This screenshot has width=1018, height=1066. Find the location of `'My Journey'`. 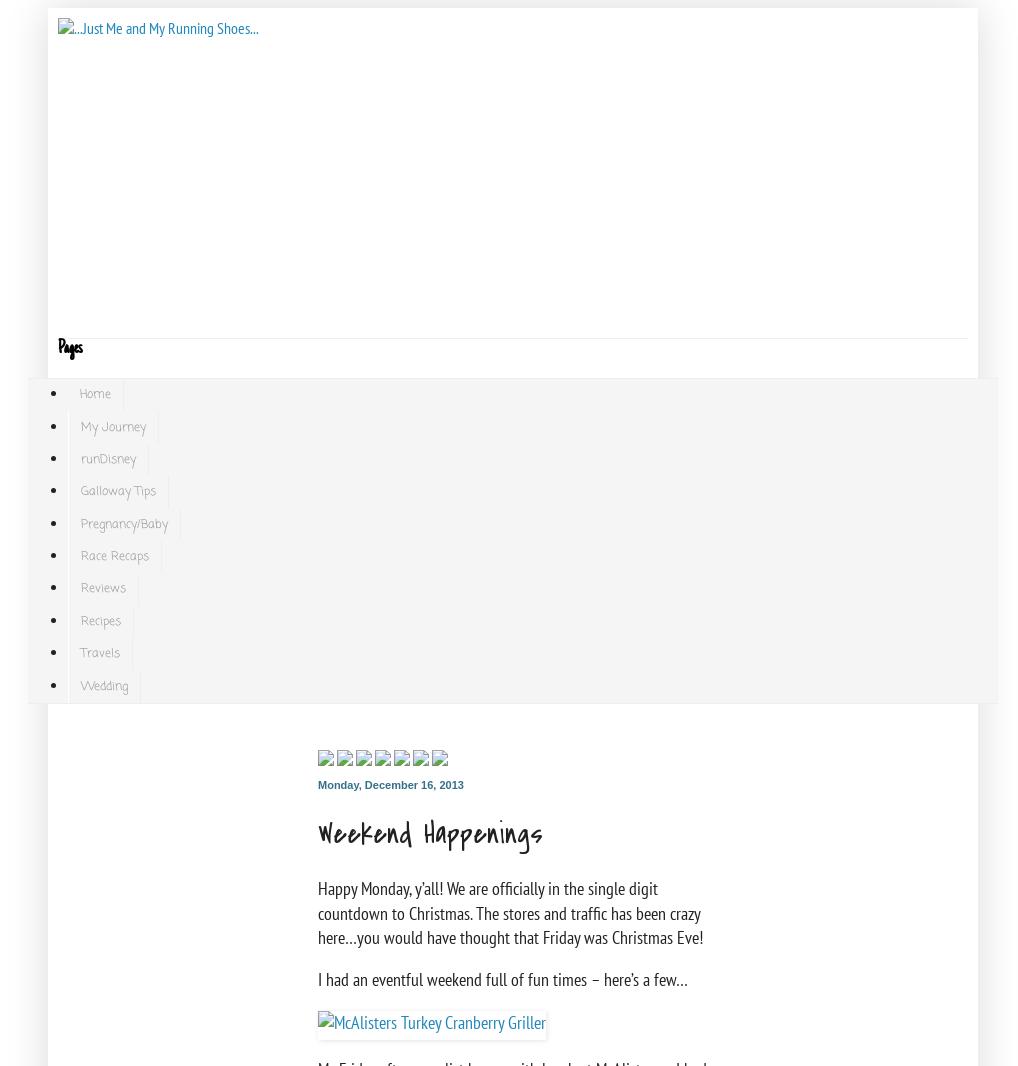

'My Journey' is located at coordinates (81, 427).